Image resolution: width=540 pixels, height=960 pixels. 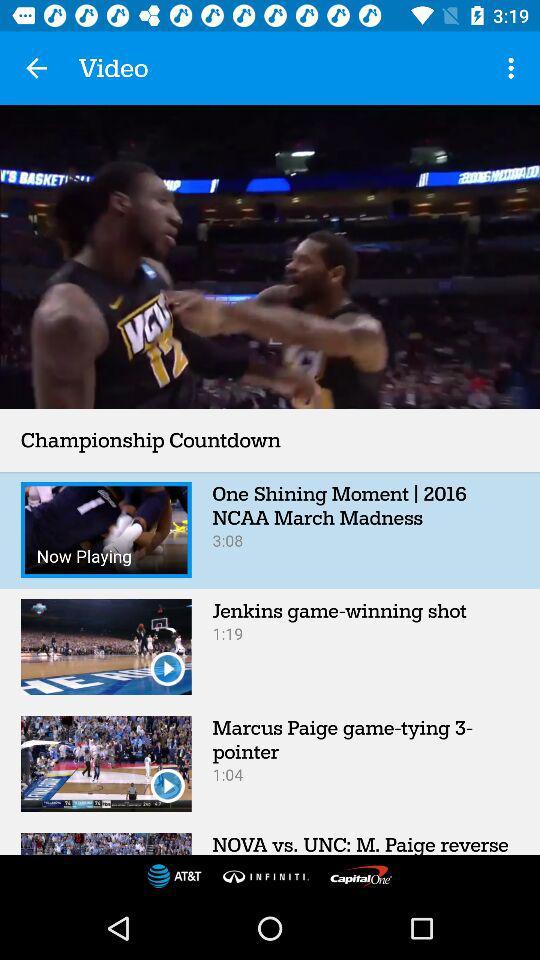 What do you see at coordinates (513, 68) in the screenshot?
I see `icon at the top right corner` at bounding box center [513, 68].